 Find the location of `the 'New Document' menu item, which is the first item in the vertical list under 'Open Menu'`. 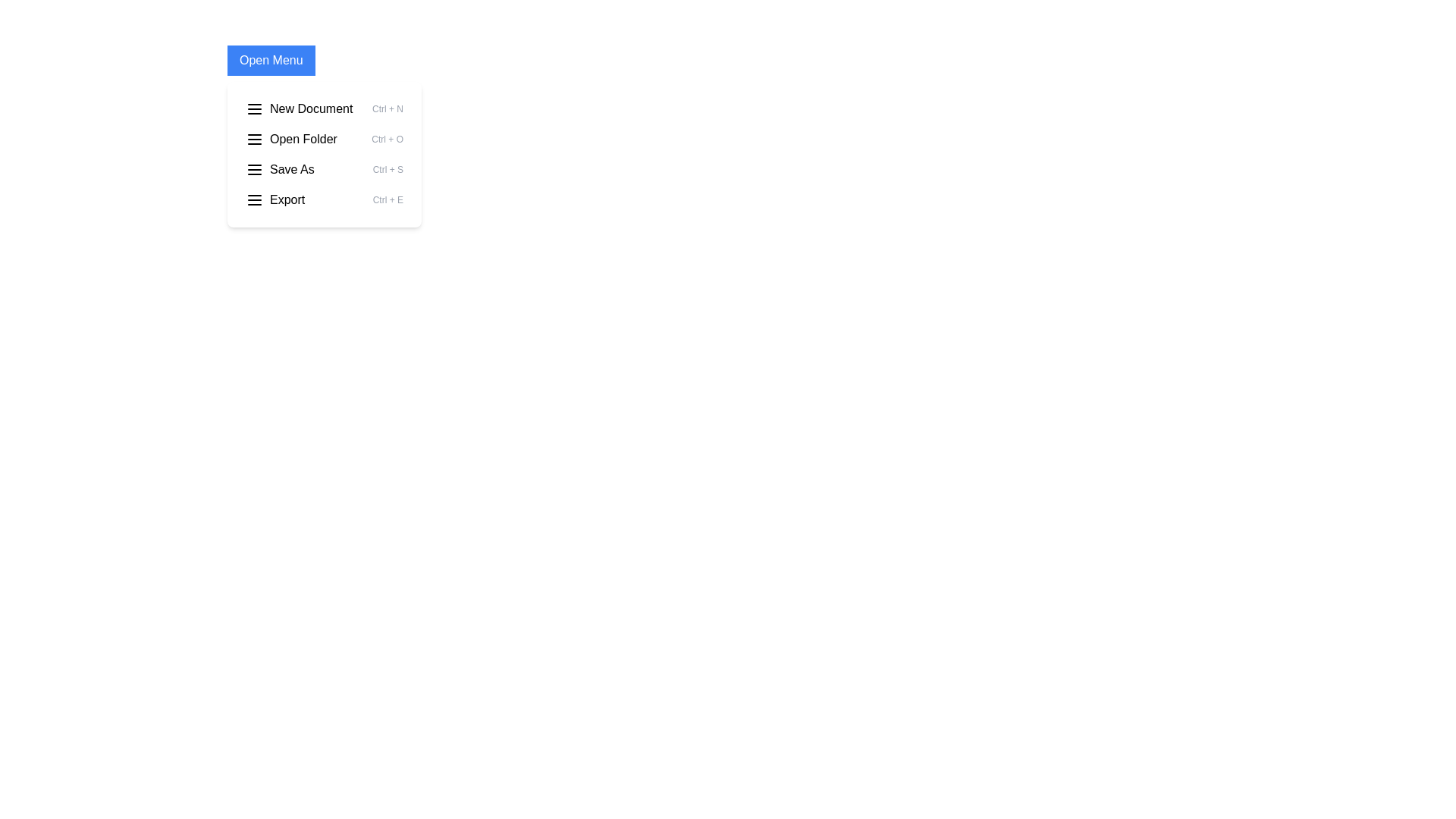

the 'New Document' menu item, which is the first item in the vertical list under 'Open Menu' is located at coordinates (299, 108).